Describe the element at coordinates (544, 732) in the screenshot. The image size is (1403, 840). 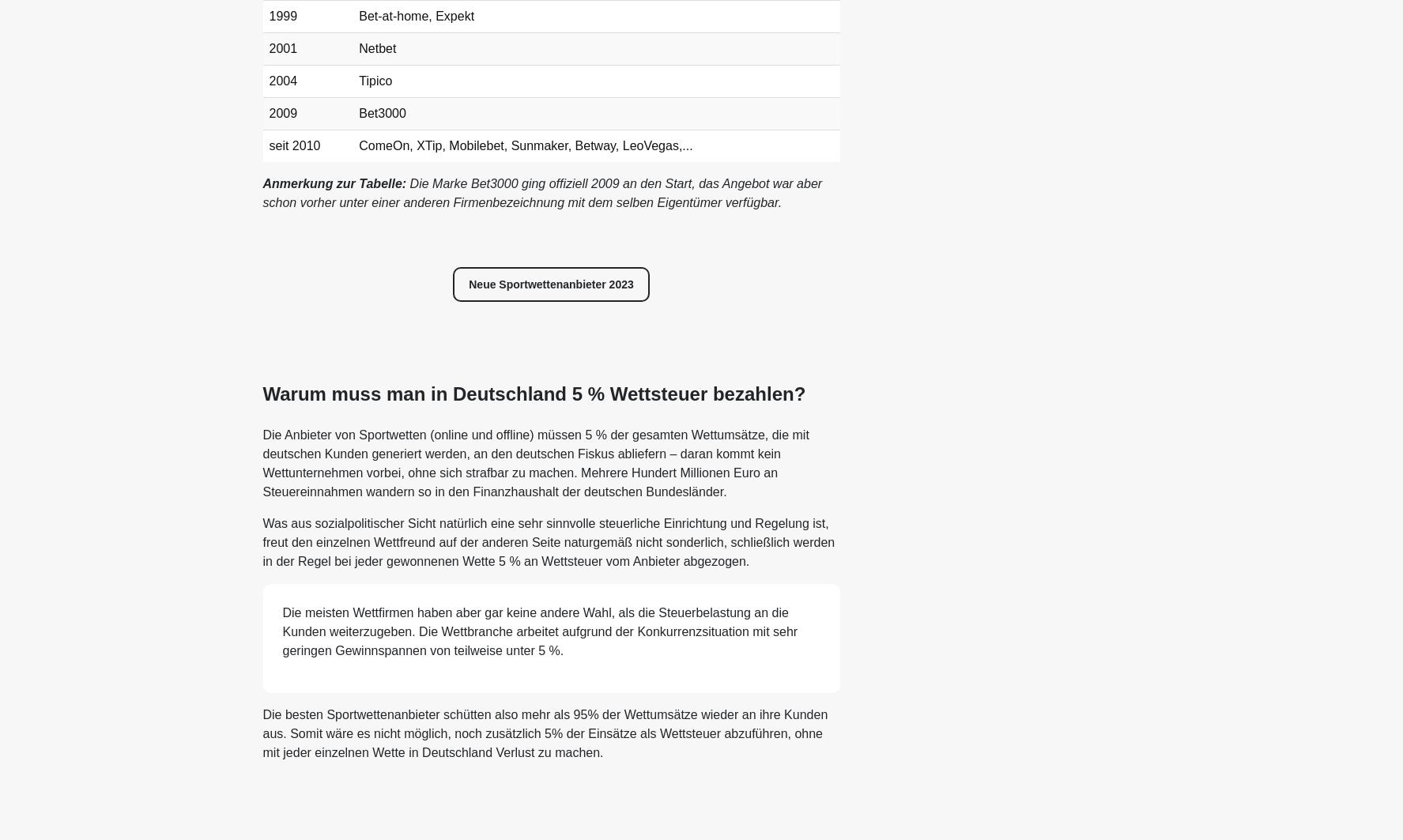
I see `'Die besten Sportwettenanbieter schütten also mehr als 95% der Wettumsätze wieder an ihre Kunden aus. Somit wäre es nicht möglich, noch zusätzlich 5% der Einsätze als Wettsteuer abzuführen, ohne mit jeder einzelnen Wette in Deutschland Verlust zu machen.'` at that location.